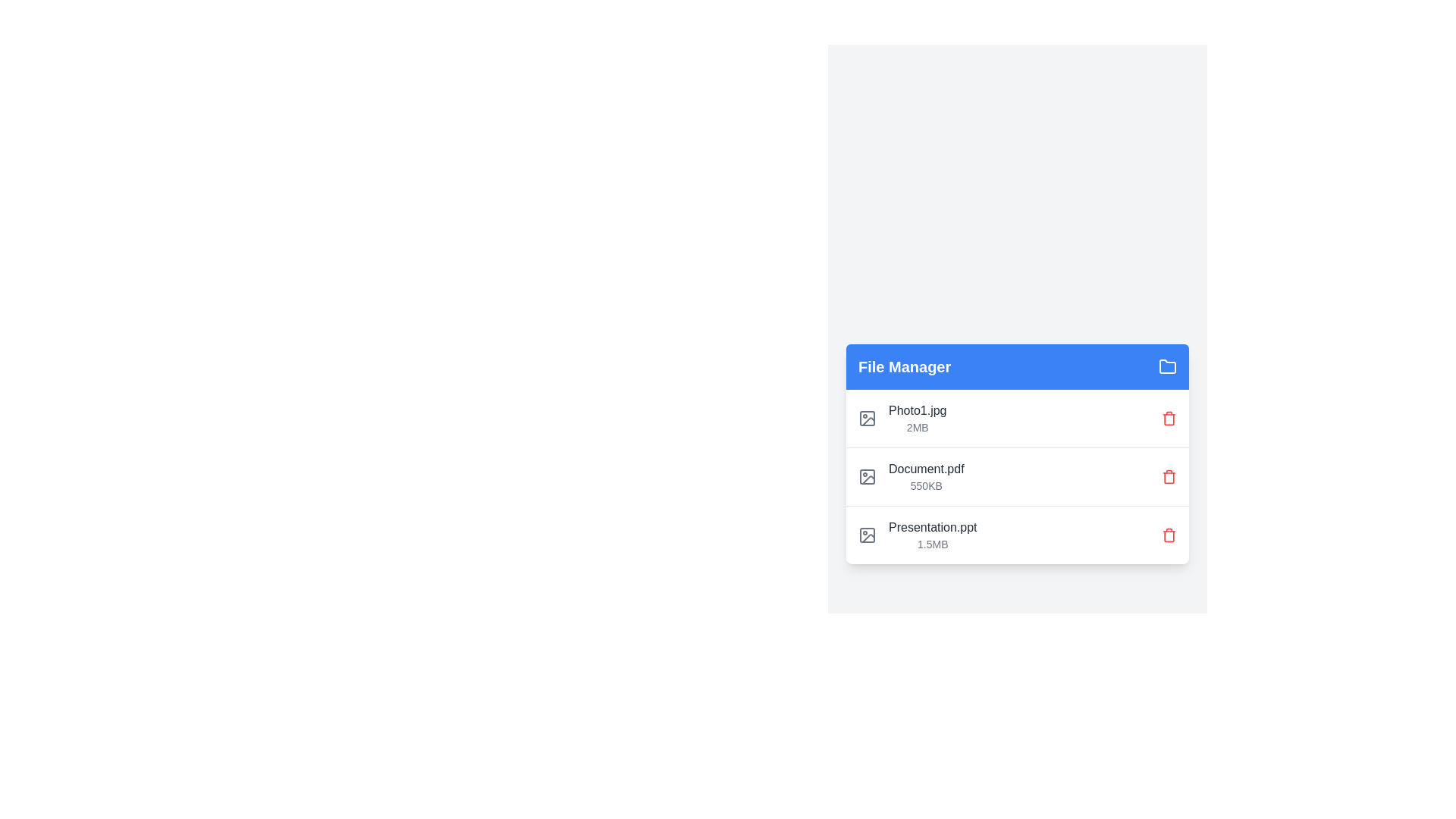 This screenshot has width=1456, height=819. Describe the element at coordinates (1018, 534) in the screenshot. I see `to select the file entry row displaying 'Presentation.ppt' with a file size of '1.5MB' in the file manager interface` at that location.